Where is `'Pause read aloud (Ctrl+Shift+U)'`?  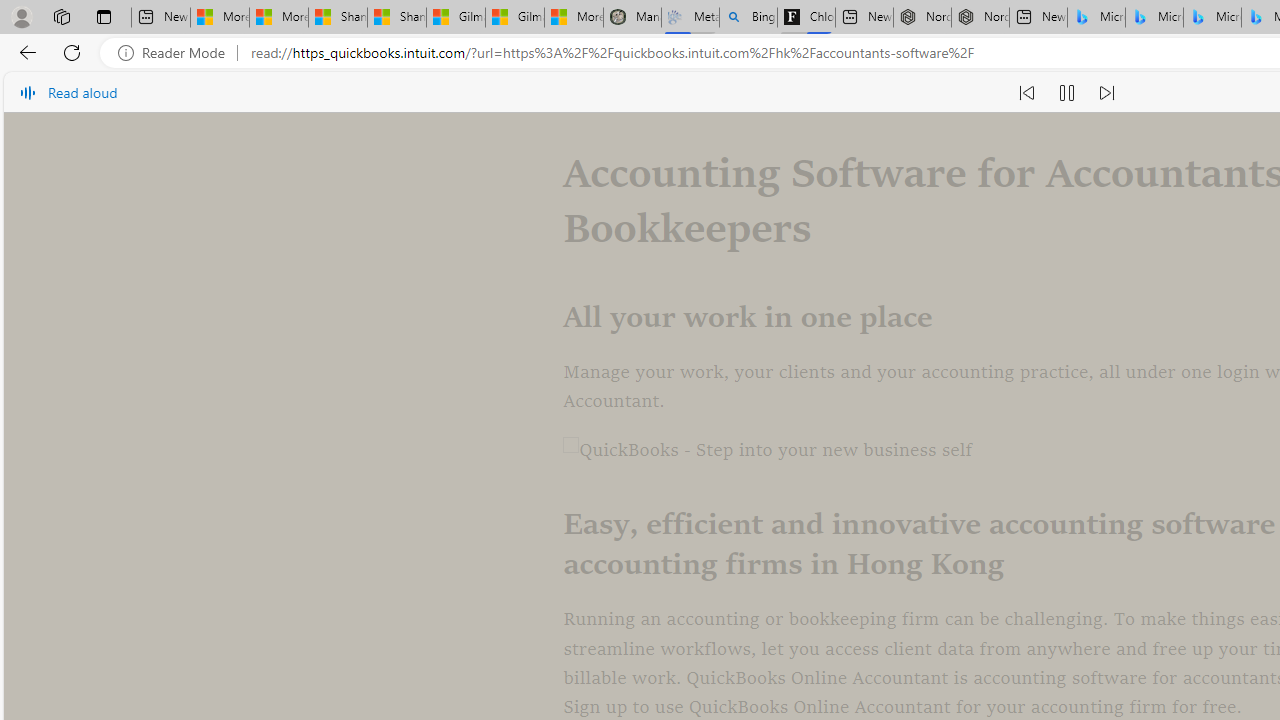
'Pause read aloud (Ctrl+Shift+U)' is located at coordinates (1065, 92).